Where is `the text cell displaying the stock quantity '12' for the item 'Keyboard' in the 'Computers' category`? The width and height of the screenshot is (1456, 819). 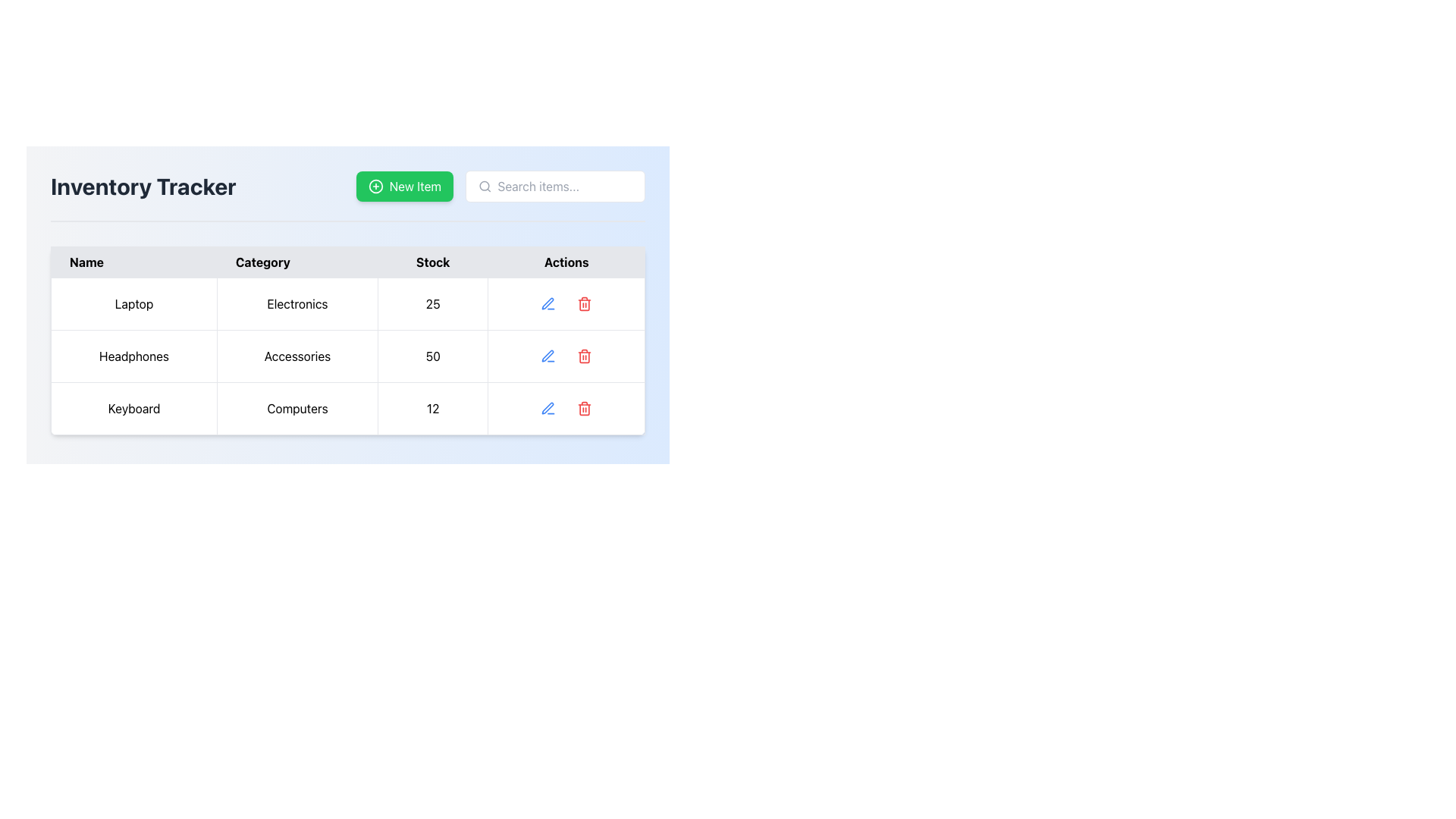 the text cell displaying the stock quantity '12' for the item 'Keyboard' in the 'Computers' category is located at coordinates (432, 408).